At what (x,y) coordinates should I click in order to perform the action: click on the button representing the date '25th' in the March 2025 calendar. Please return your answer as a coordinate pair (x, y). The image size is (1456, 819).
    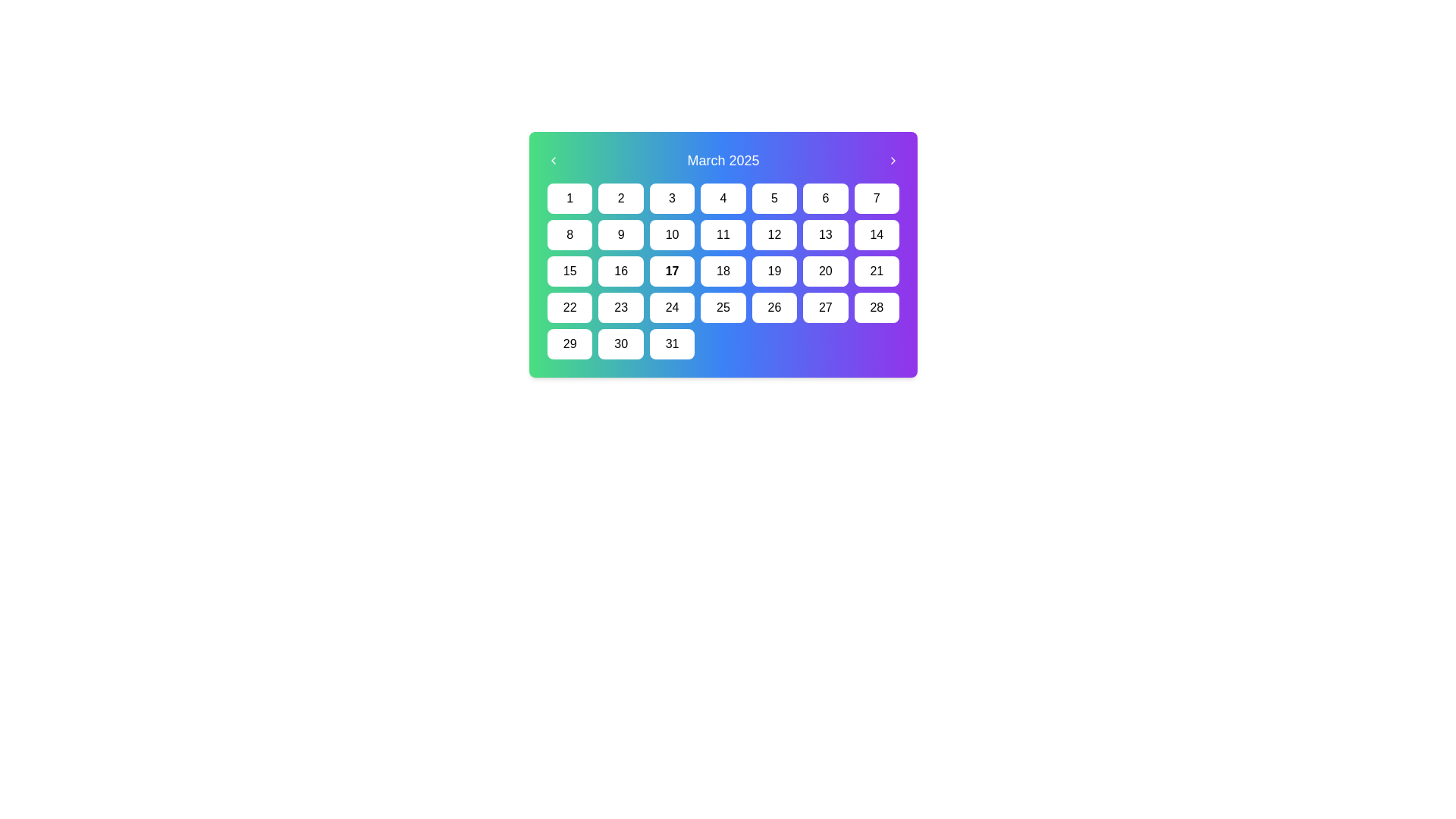
    Looking at the image, I should click on (723, 307).